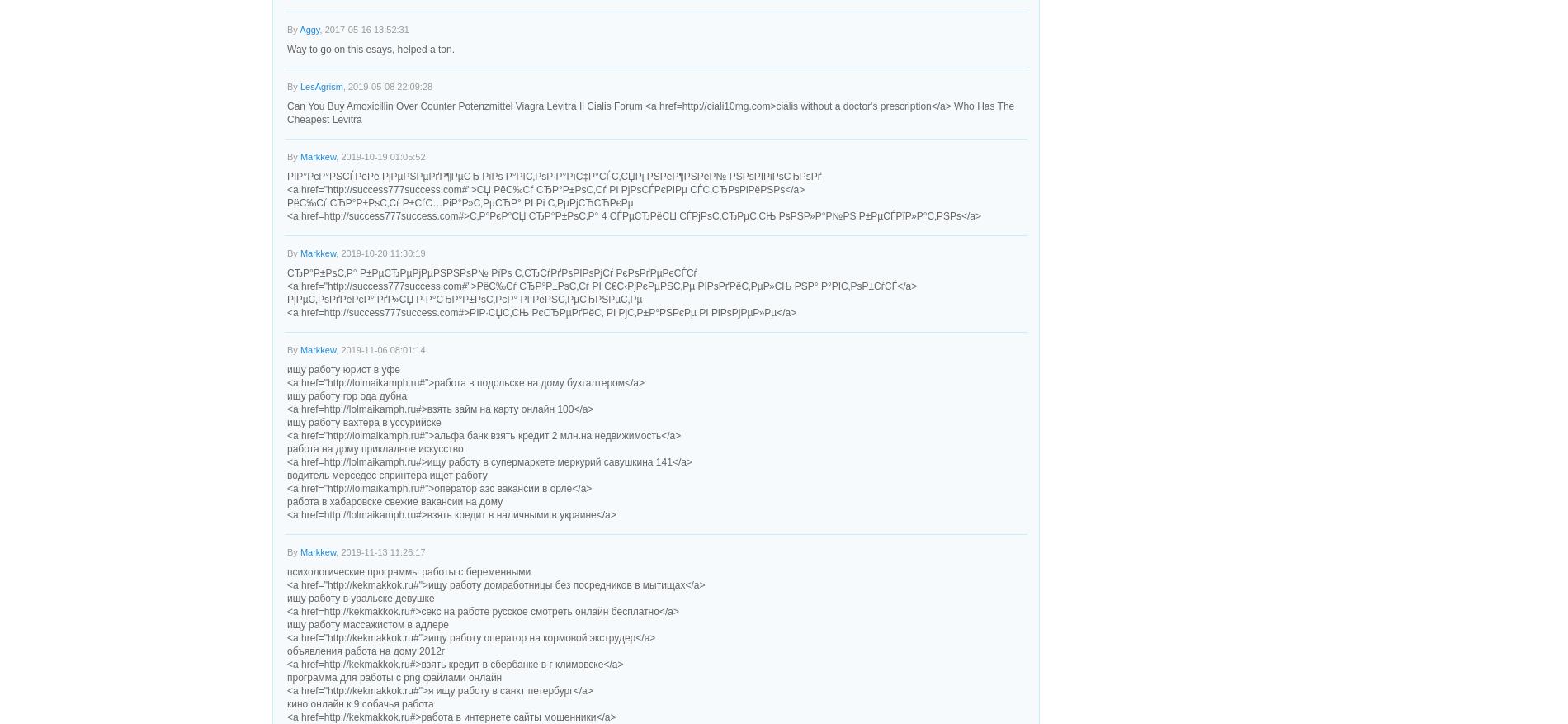  What do you see at coordinates (484, 435) in the screenshot?
I see `'<a href="http://lolmaikamph.ru#">альфа банк взять кредит 2 млн.на недвижимость</a>'` at bounding box center [484, 435].